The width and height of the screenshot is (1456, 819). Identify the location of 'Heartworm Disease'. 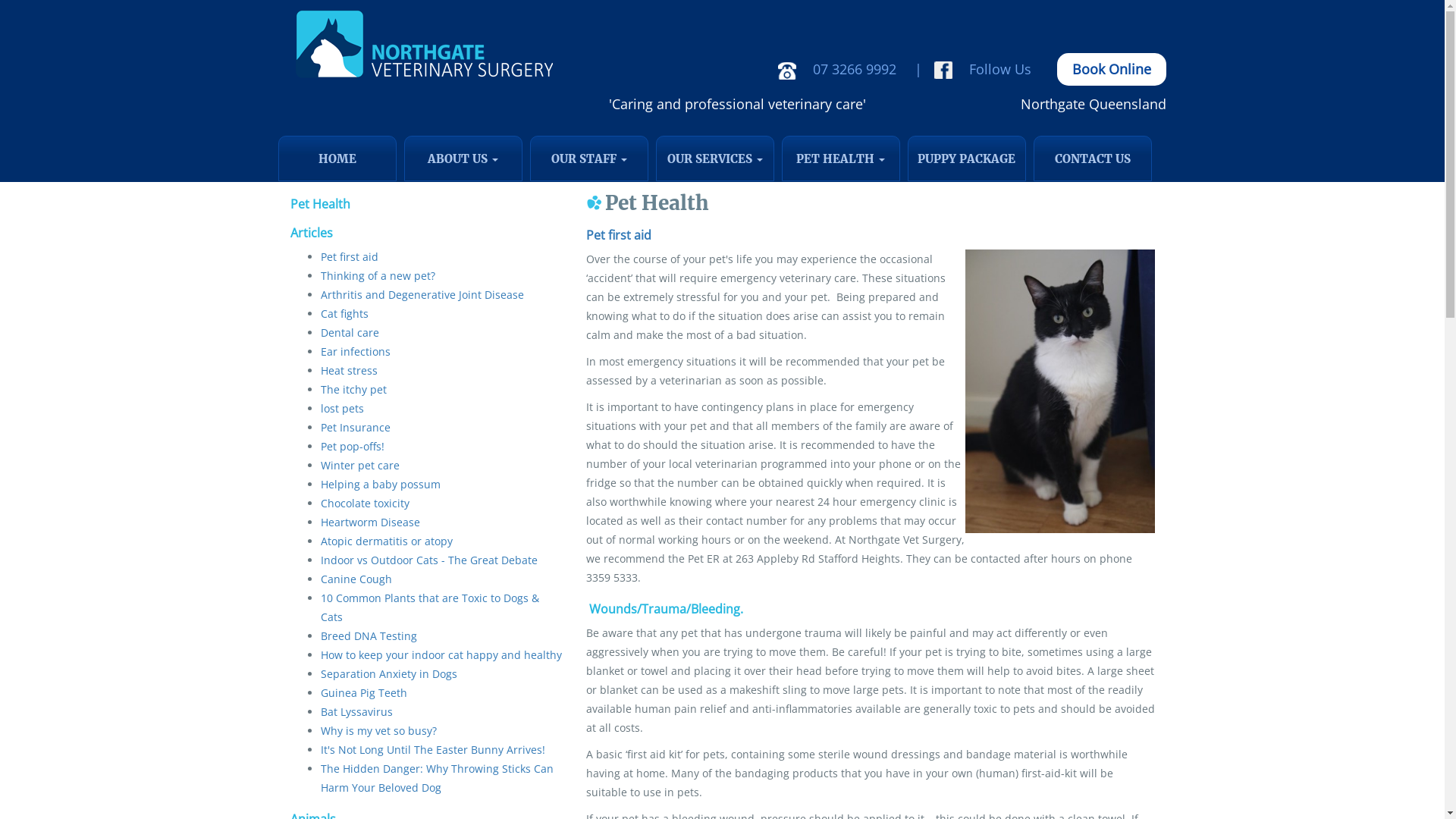
(369, 521).